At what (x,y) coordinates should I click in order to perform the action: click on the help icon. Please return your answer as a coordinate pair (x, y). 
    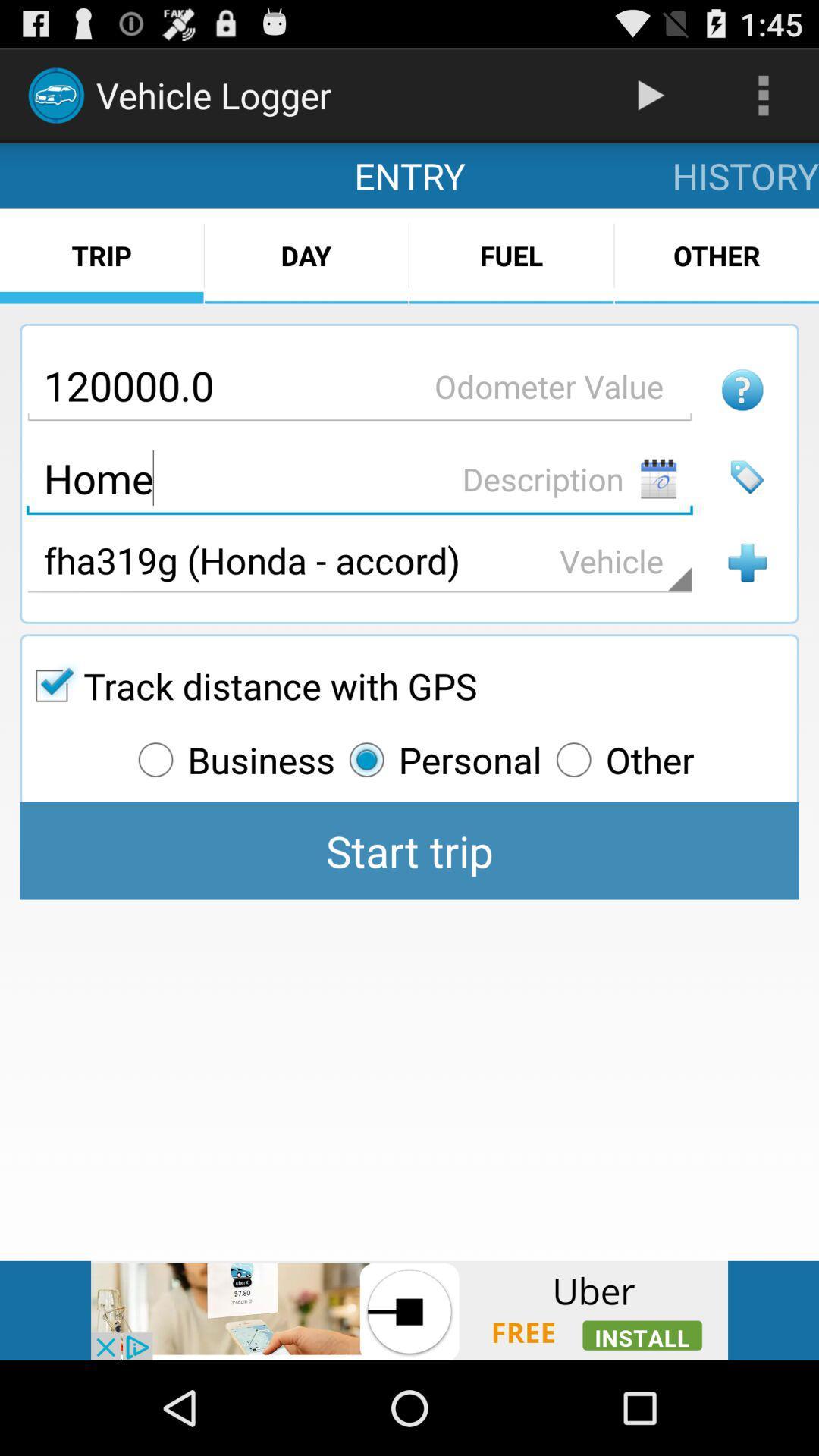
    Looking at the image, I should click on (742, 417).